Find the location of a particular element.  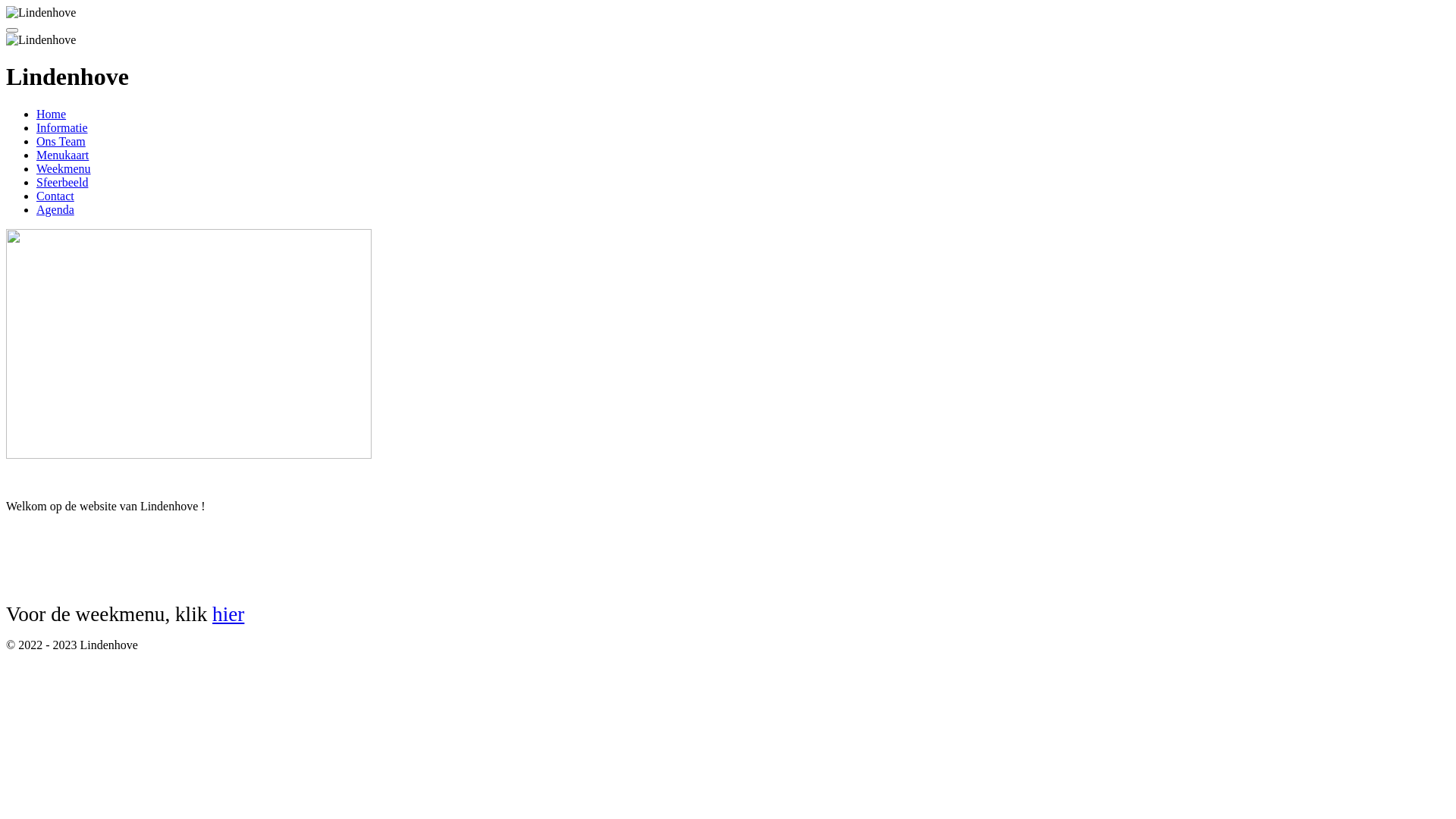

'Menukaart' is located at coordinates (36, 155).